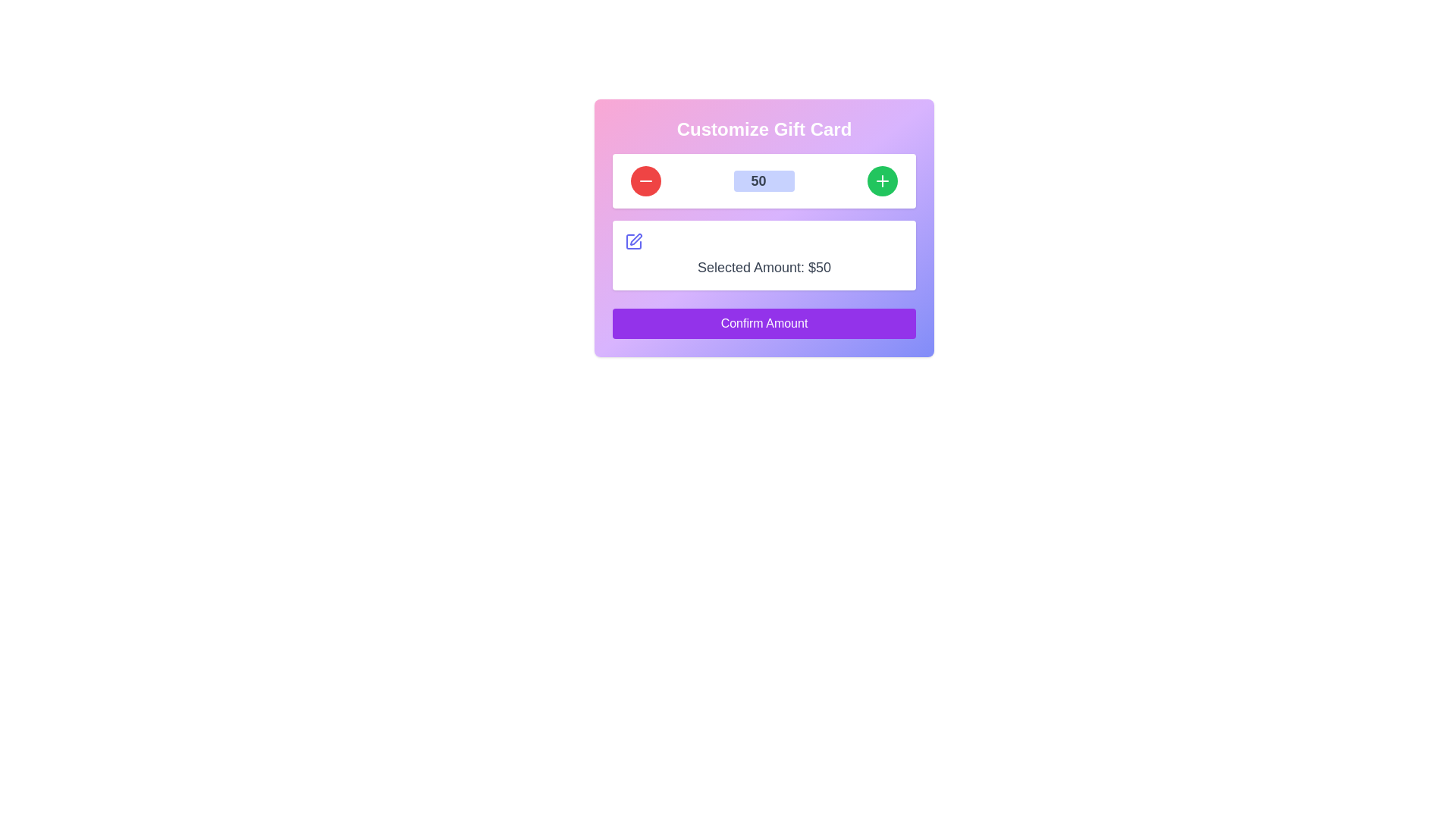  I want to click on the square icon button with a pen symbol inside, located beneath the amount adjustment buttons and above the text 'Selected Amount: $50', so click(633, 241).